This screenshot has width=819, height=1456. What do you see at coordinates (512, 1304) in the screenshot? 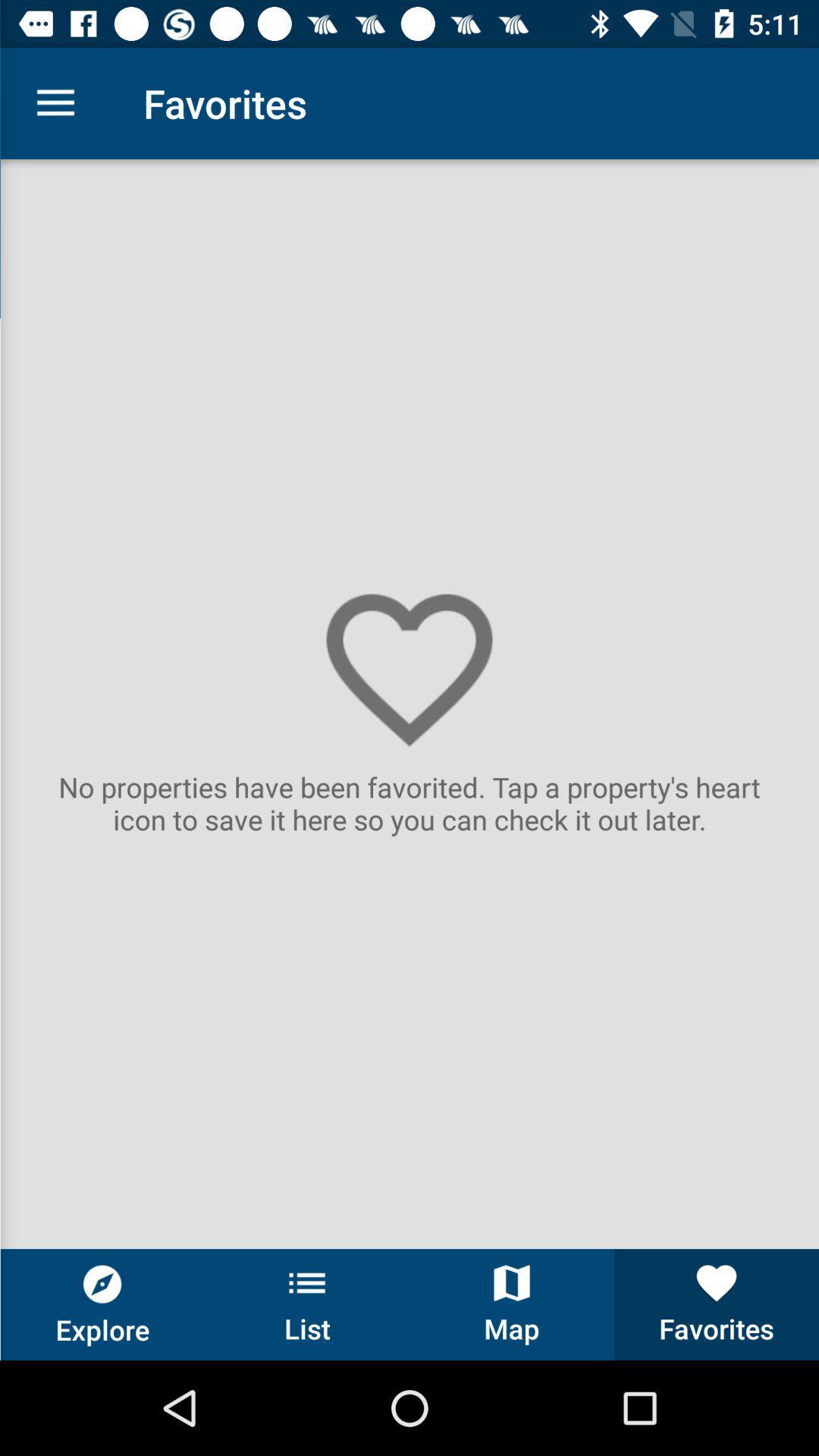
I see `icon next to the favorites button` at bounding box center [512, 1304].